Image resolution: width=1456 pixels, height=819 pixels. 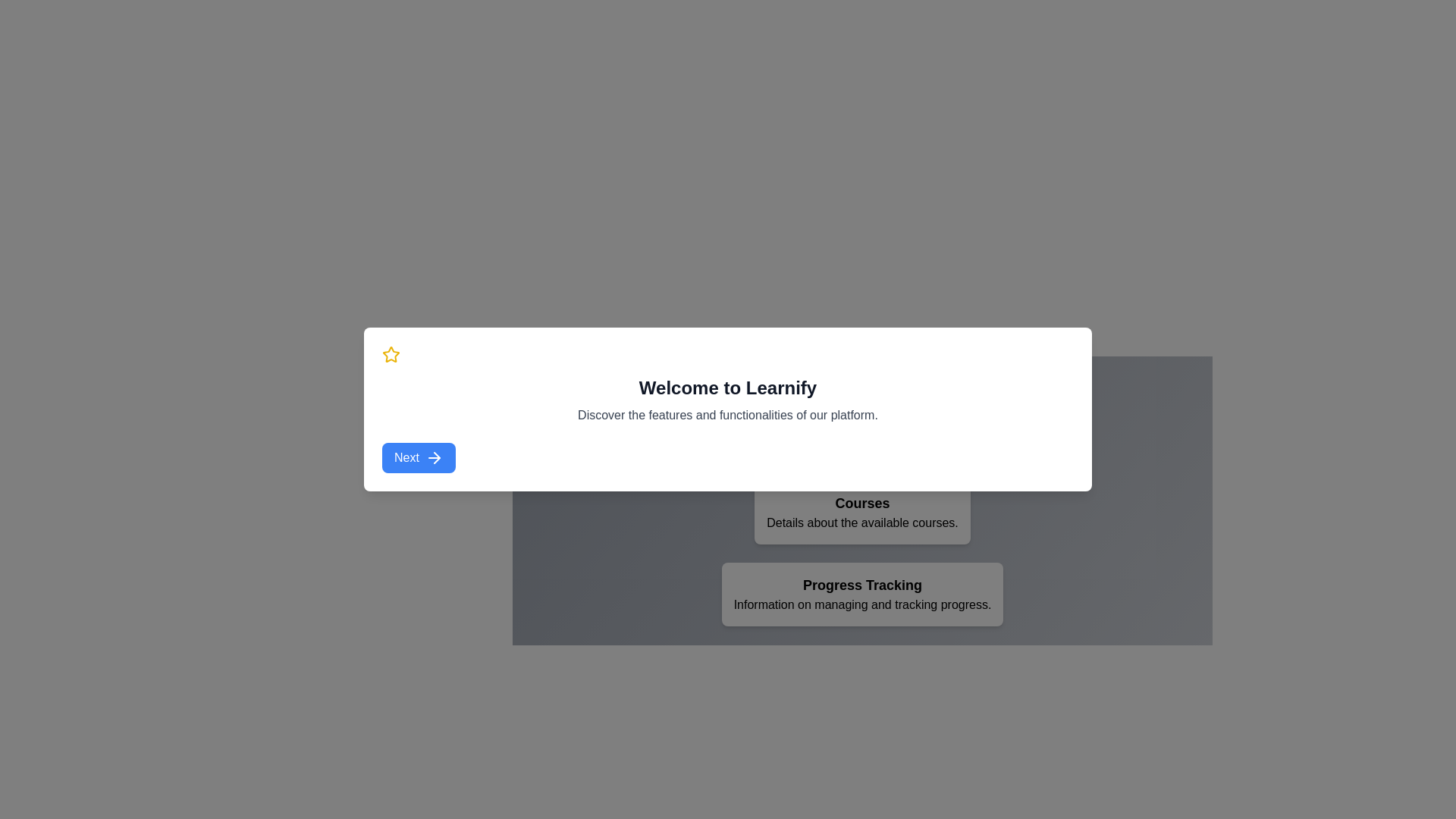 What do you see at coordinates (862, 503) in the screenshot?
I see `title text 'Courses' which is displayed in a bold and uppercase font style, centrally aligned within a white card with rounded corners located at the center-bottom part of the interface` at bounding box center [862, 503].